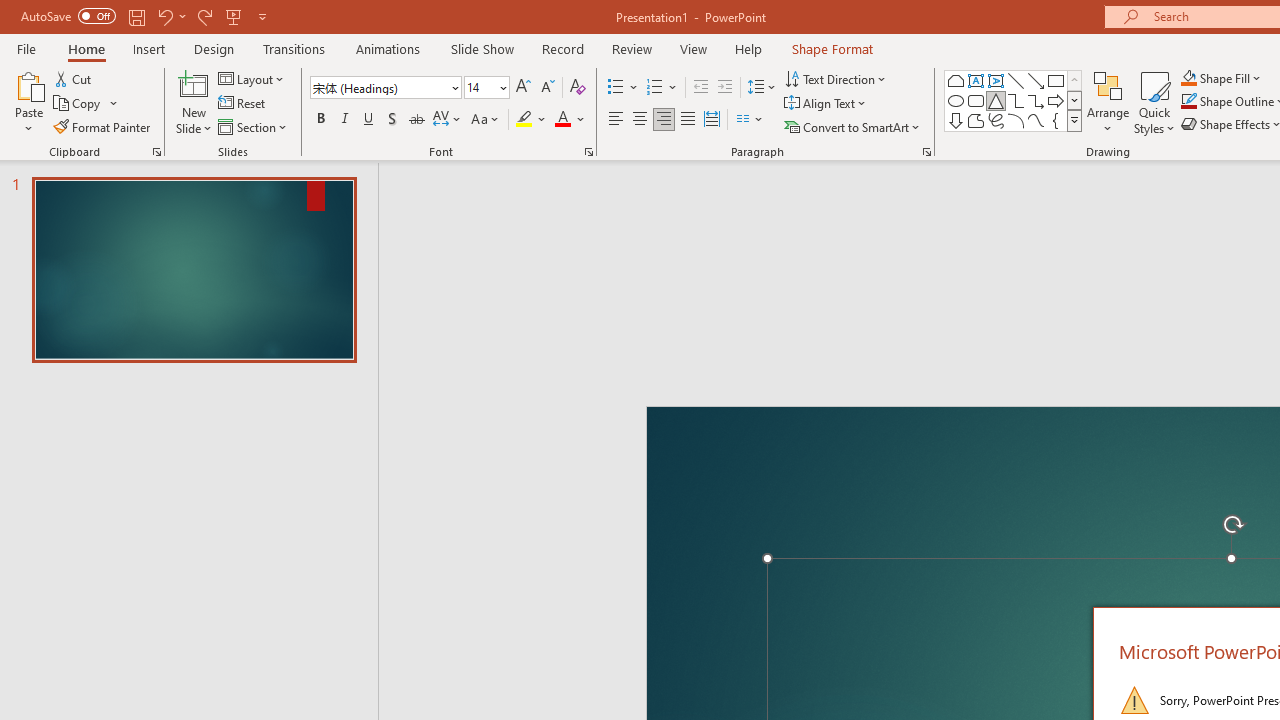 This screenshot has width=1280, height=720. What do you see at coordinates (1134, 698) in the screenshot?
I see `'Warning Icon'` at bounding box center [1134, 698].